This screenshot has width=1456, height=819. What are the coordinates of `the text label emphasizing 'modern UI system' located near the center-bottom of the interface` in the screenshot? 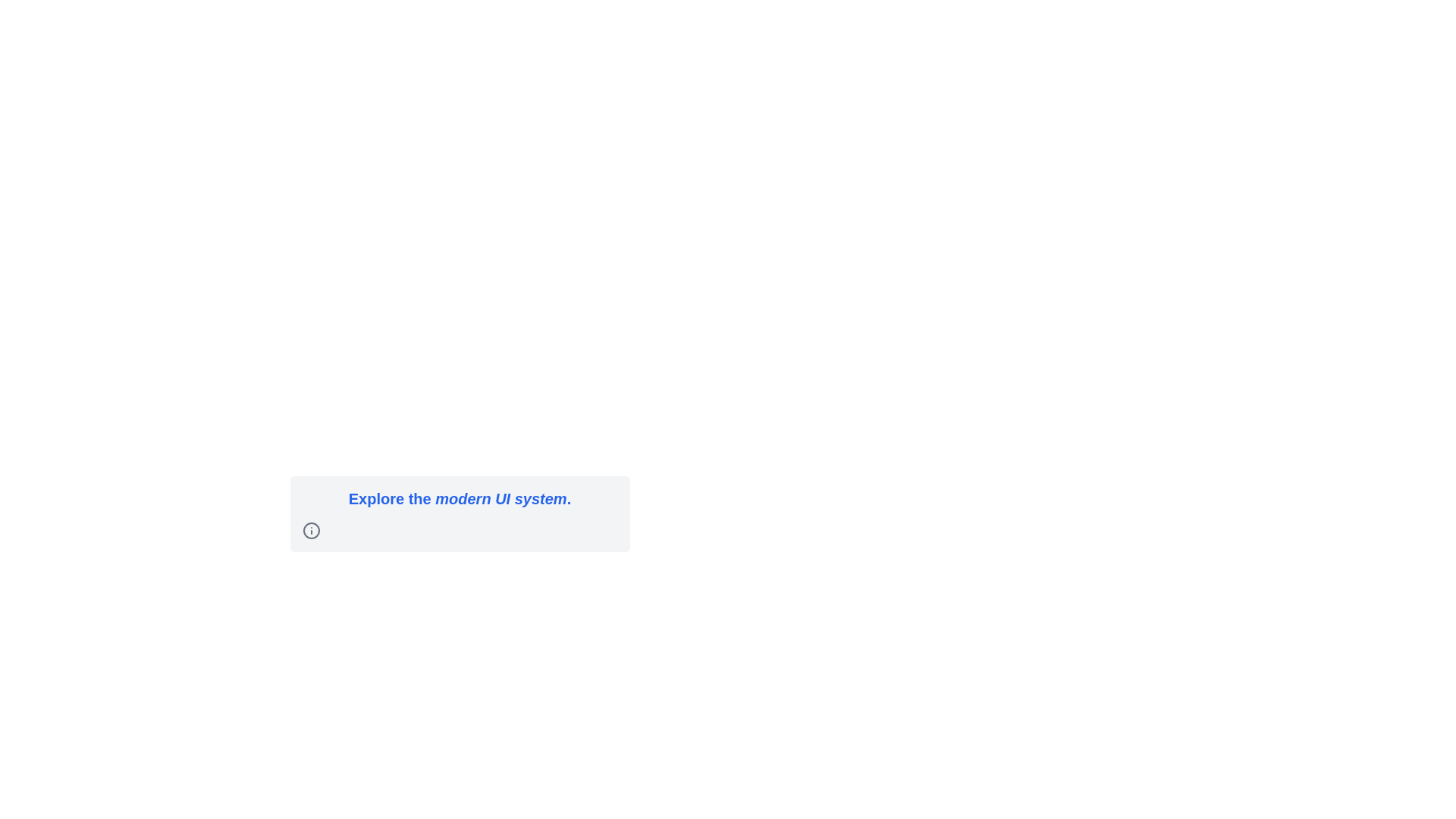 It's located at (501, 499).